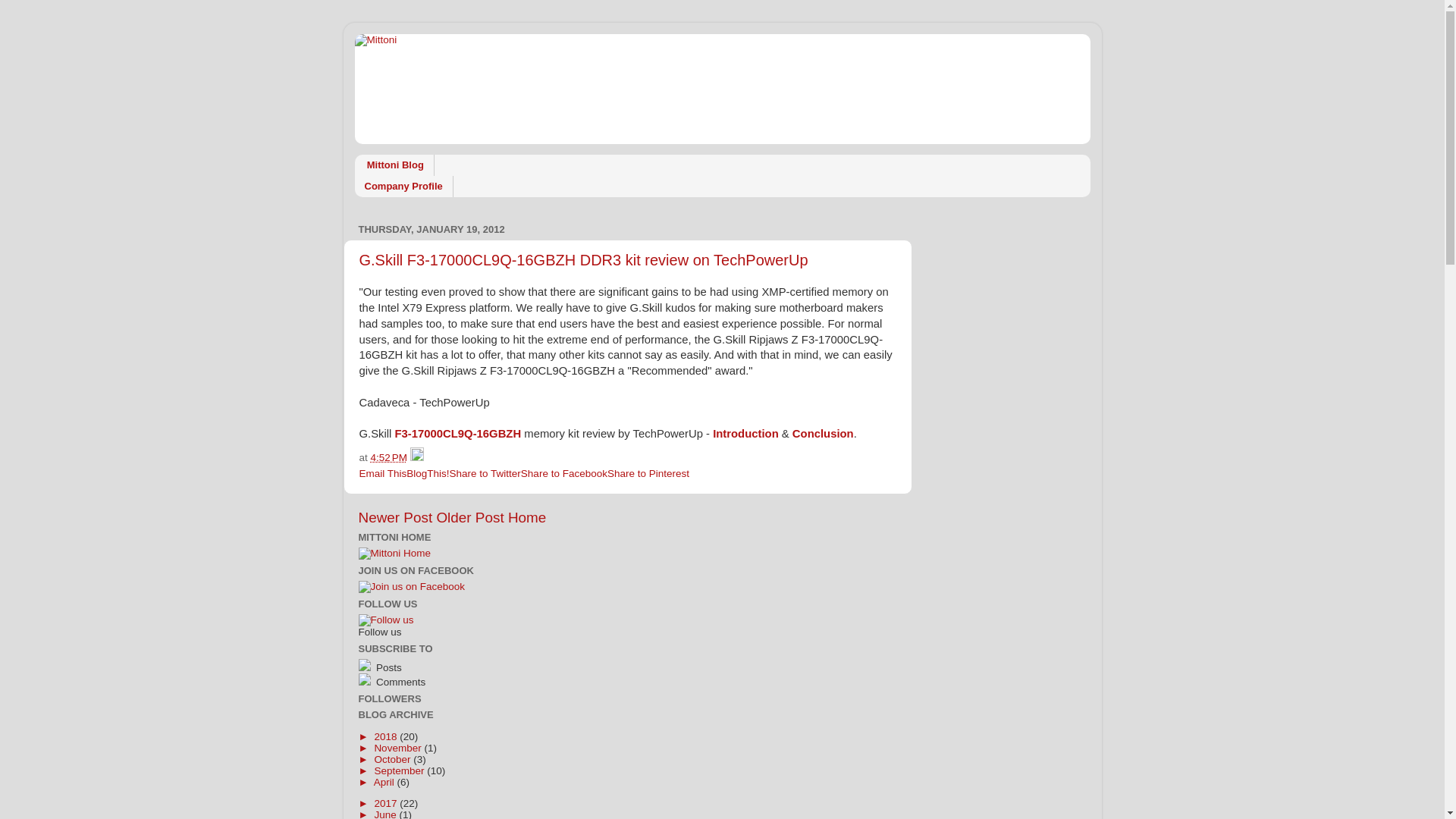  I want to click on 'April', so click(385, 782).